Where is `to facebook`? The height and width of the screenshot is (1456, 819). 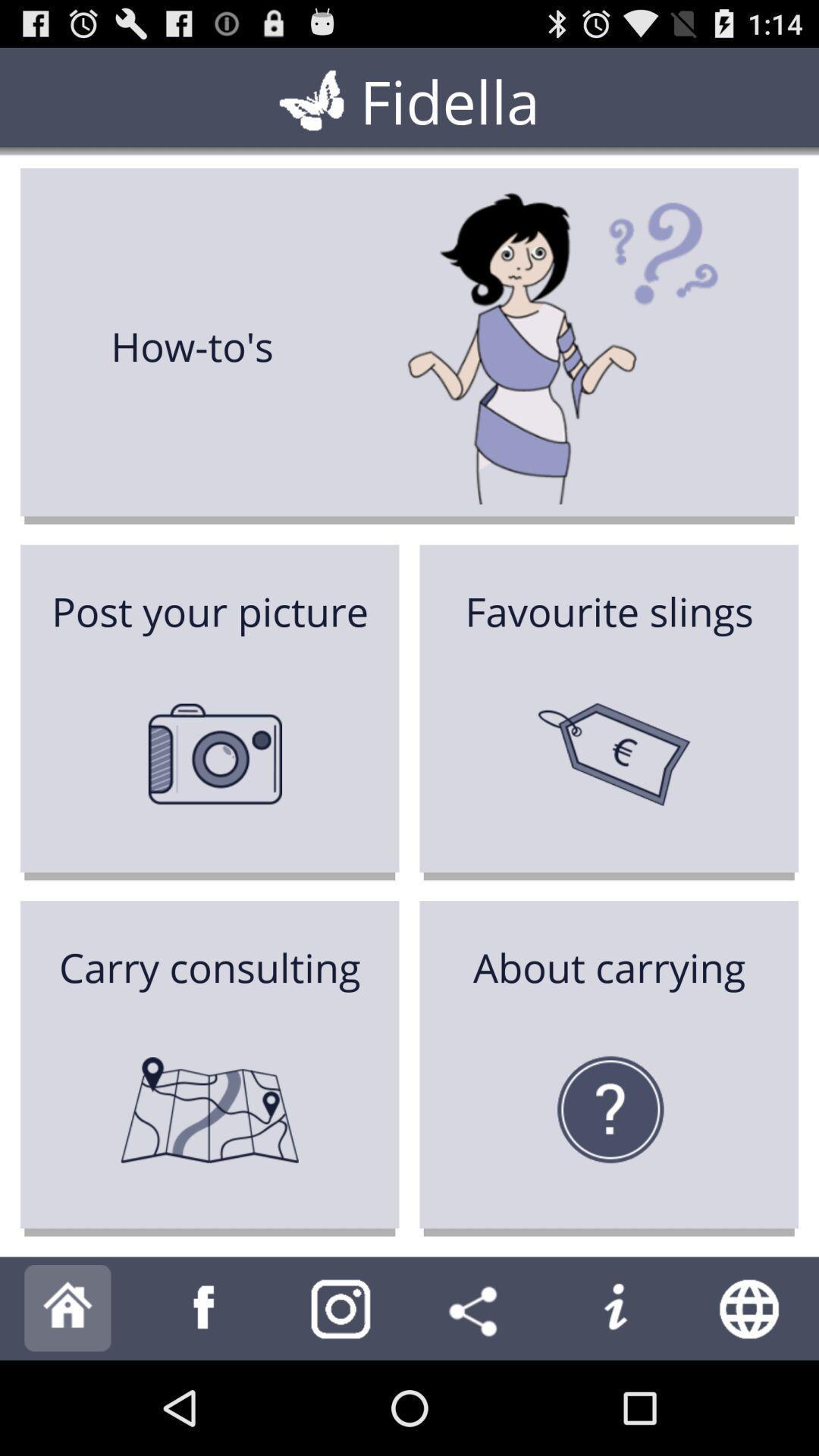 to facebook is located at coordinates (205, 1307).